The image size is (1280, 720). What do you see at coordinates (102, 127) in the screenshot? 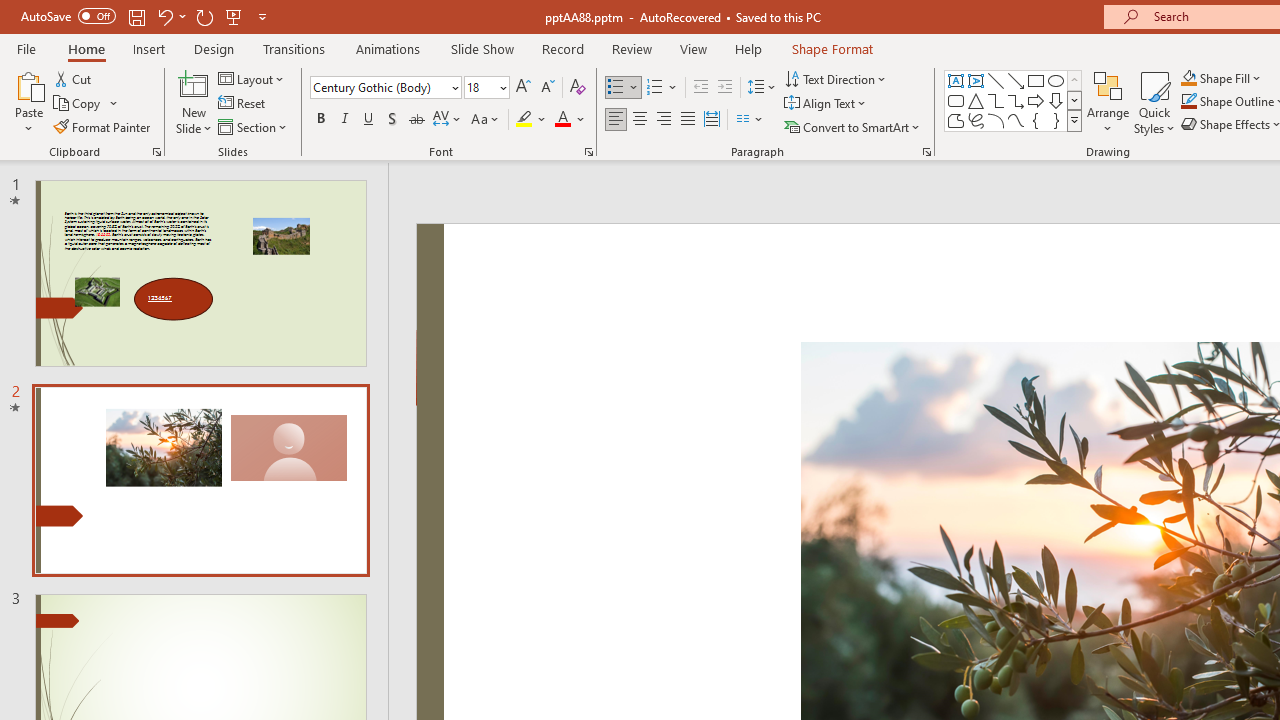
I see `'Format Painter'` at bounding box center [102, 127].